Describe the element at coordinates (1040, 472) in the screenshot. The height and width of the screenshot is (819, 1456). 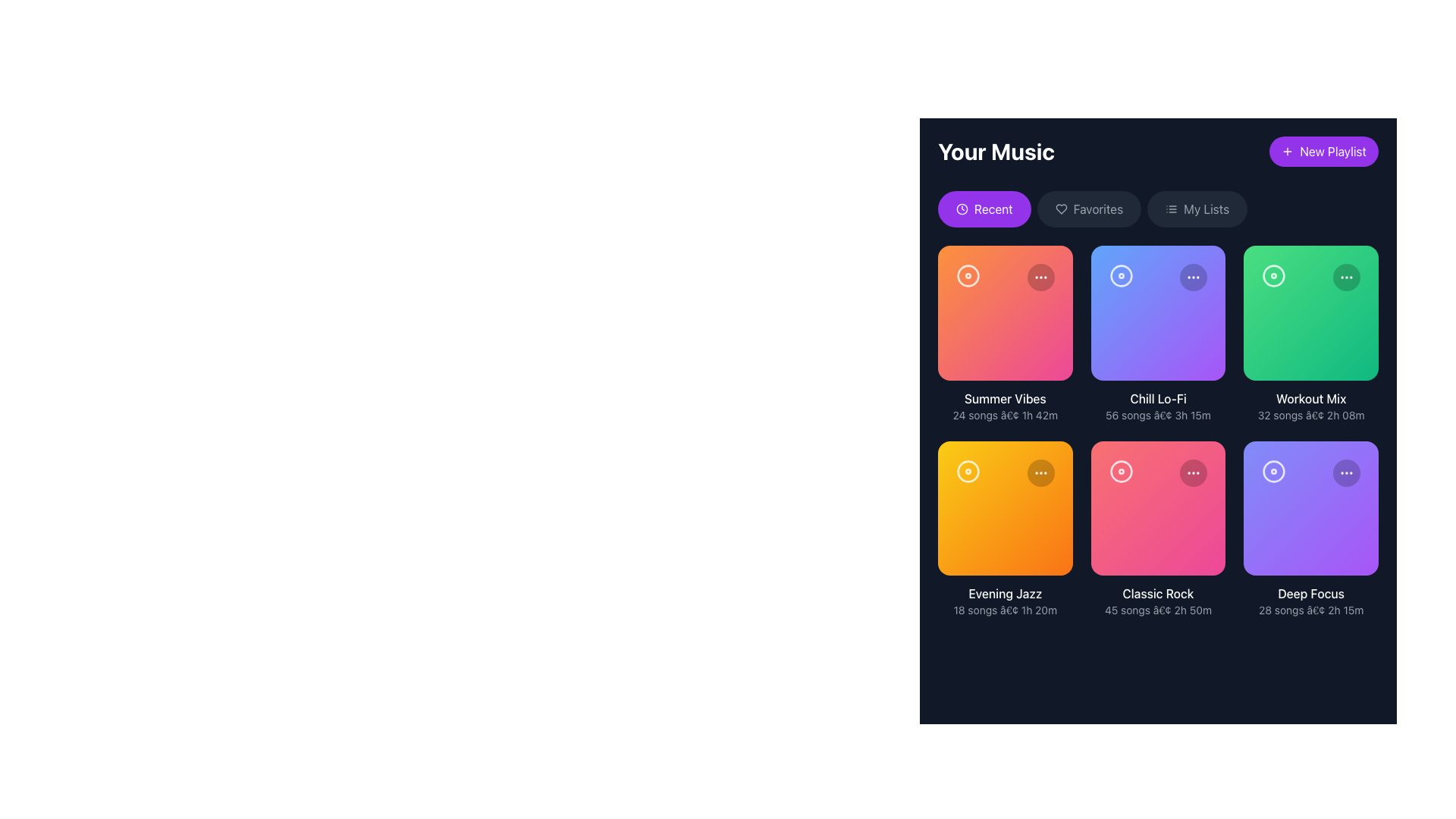
I see `the menu button located at the upper-right corner of the 'Evening Jazz' card` at that location.